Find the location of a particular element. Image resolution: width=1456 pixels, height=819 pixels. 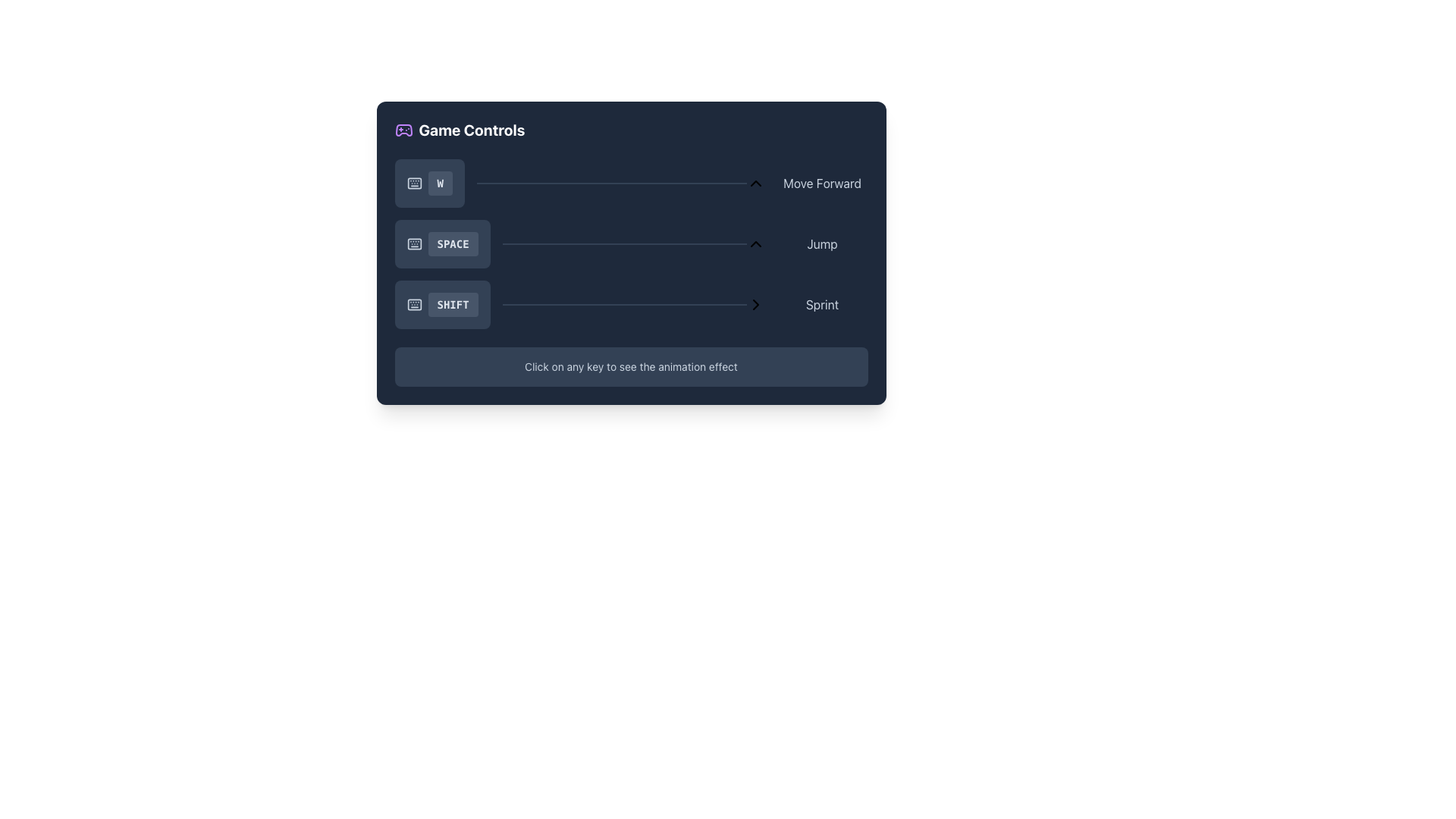

the slider is located at coordinates (554, 183).